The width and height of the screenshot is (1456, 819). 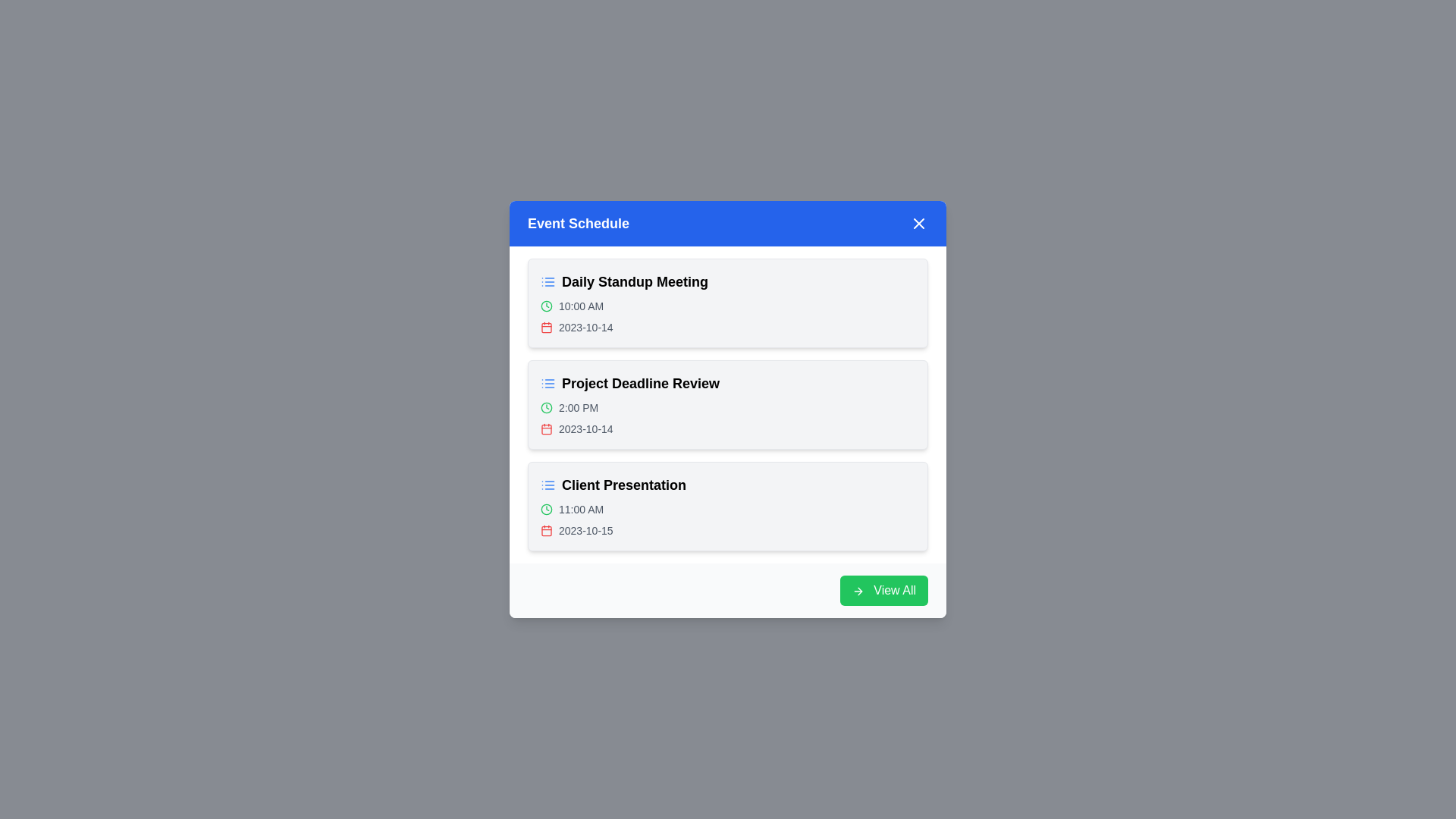 I want to click on the blue bulleted list icon located in the header of the 'Project Deadline Review' section, positioned to the left of the section's title text, so click(x=548, y=382).